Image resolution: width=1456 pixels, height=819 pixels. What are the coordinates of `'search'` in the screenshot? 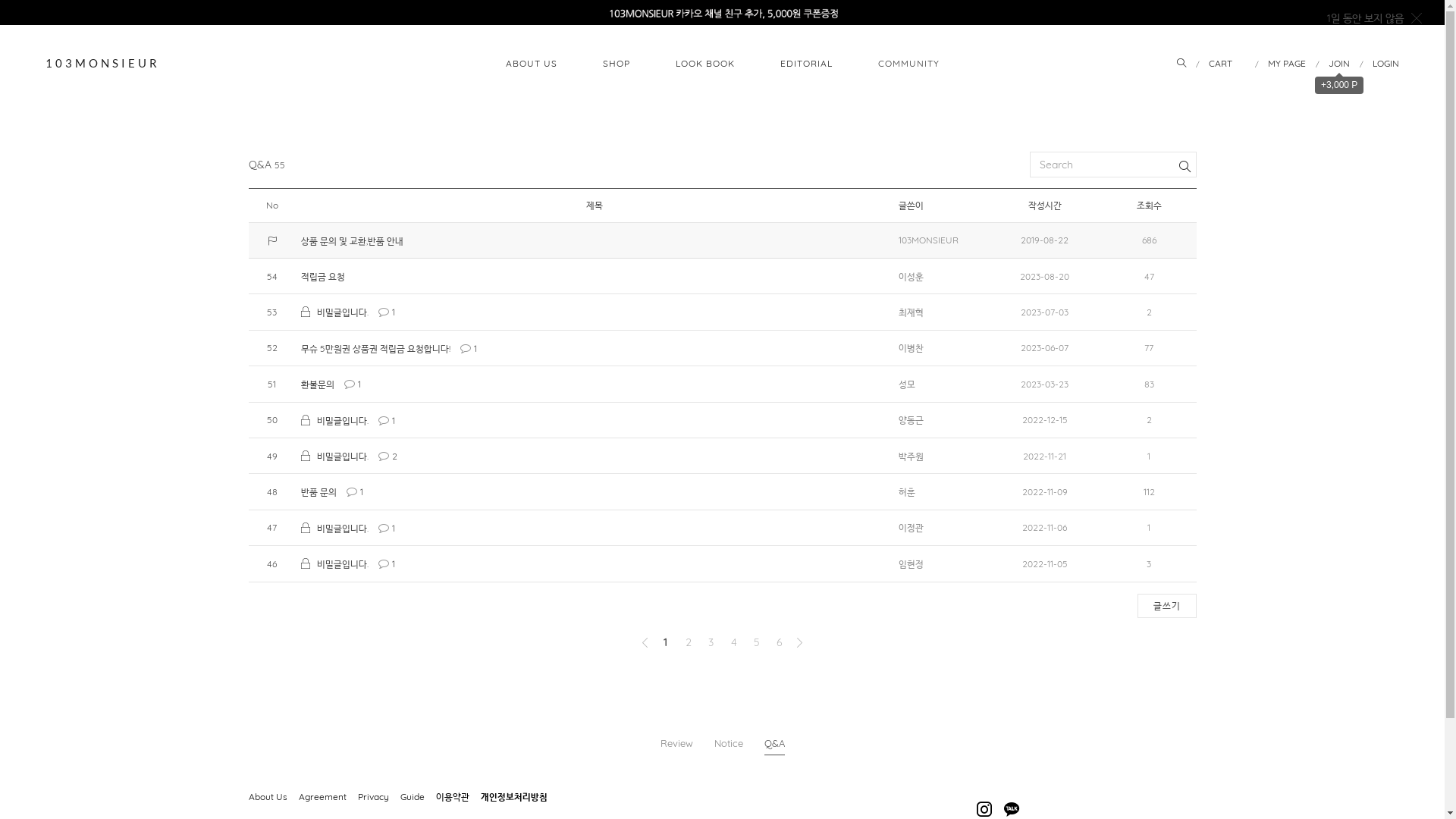 It's located at (1113, 164).